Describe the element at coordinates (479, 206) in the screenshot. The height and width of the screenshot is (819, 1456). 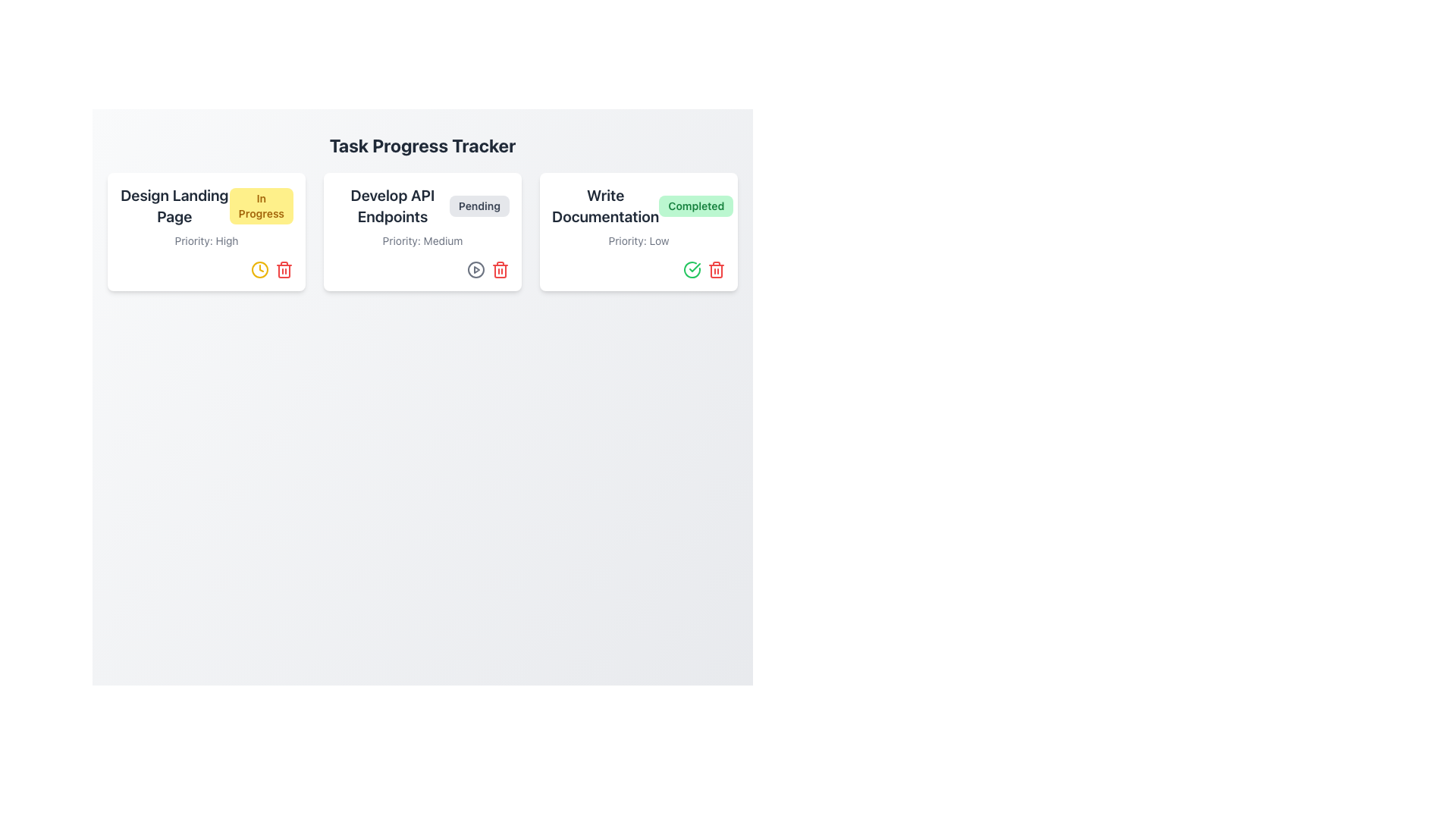
I see `the status badge indicating that the task 'Develop API Endpoints' is currently pending, located in the second card of a horizontal list of three cards` at that location.